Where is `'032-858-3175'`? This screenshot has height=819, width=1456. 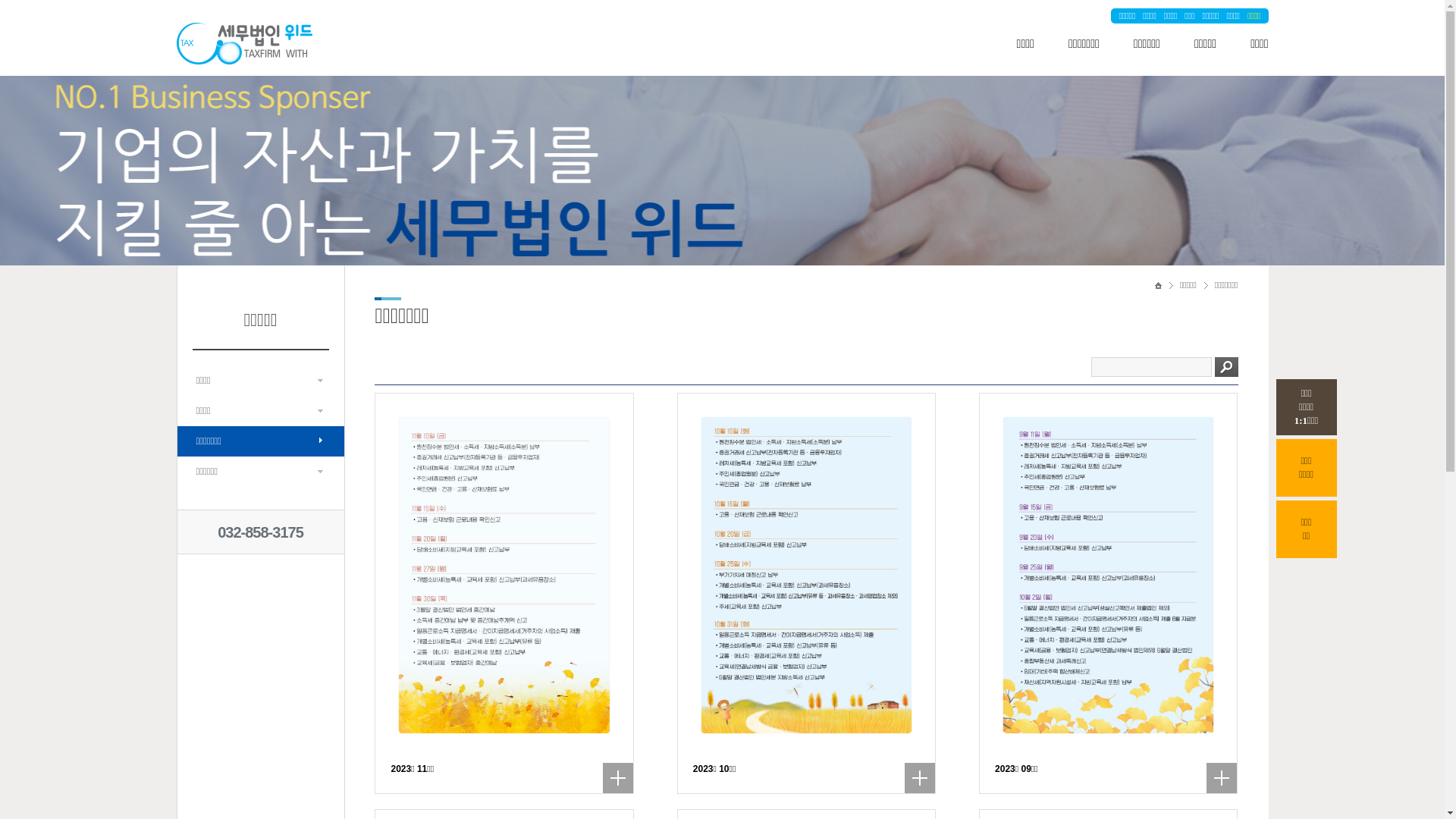 '032-858-3175' is located at coordinates (260, 532).